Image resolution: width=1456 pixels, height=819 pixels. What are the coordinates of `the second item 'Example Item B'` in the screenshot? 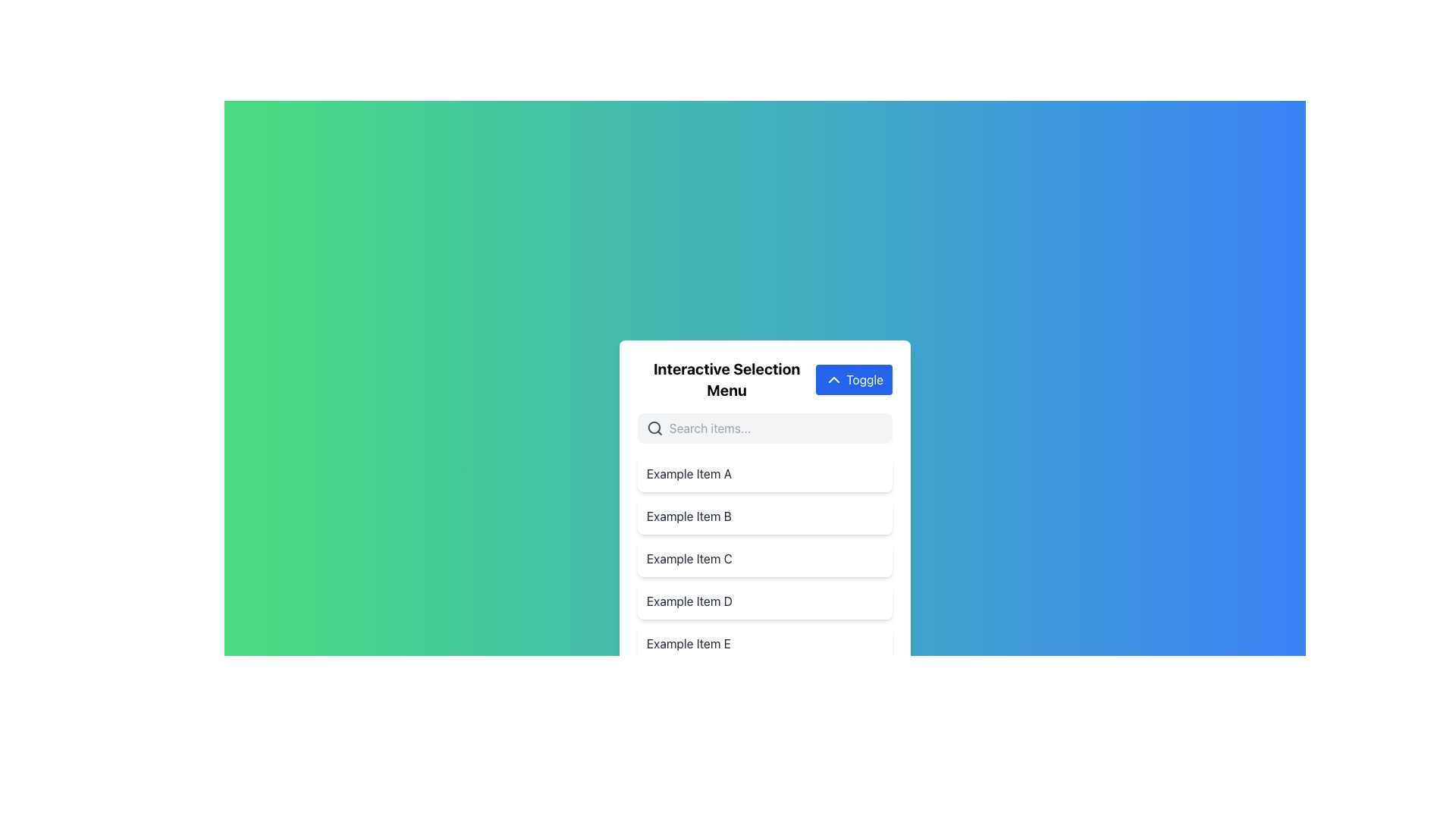 It's located at (764, 510).